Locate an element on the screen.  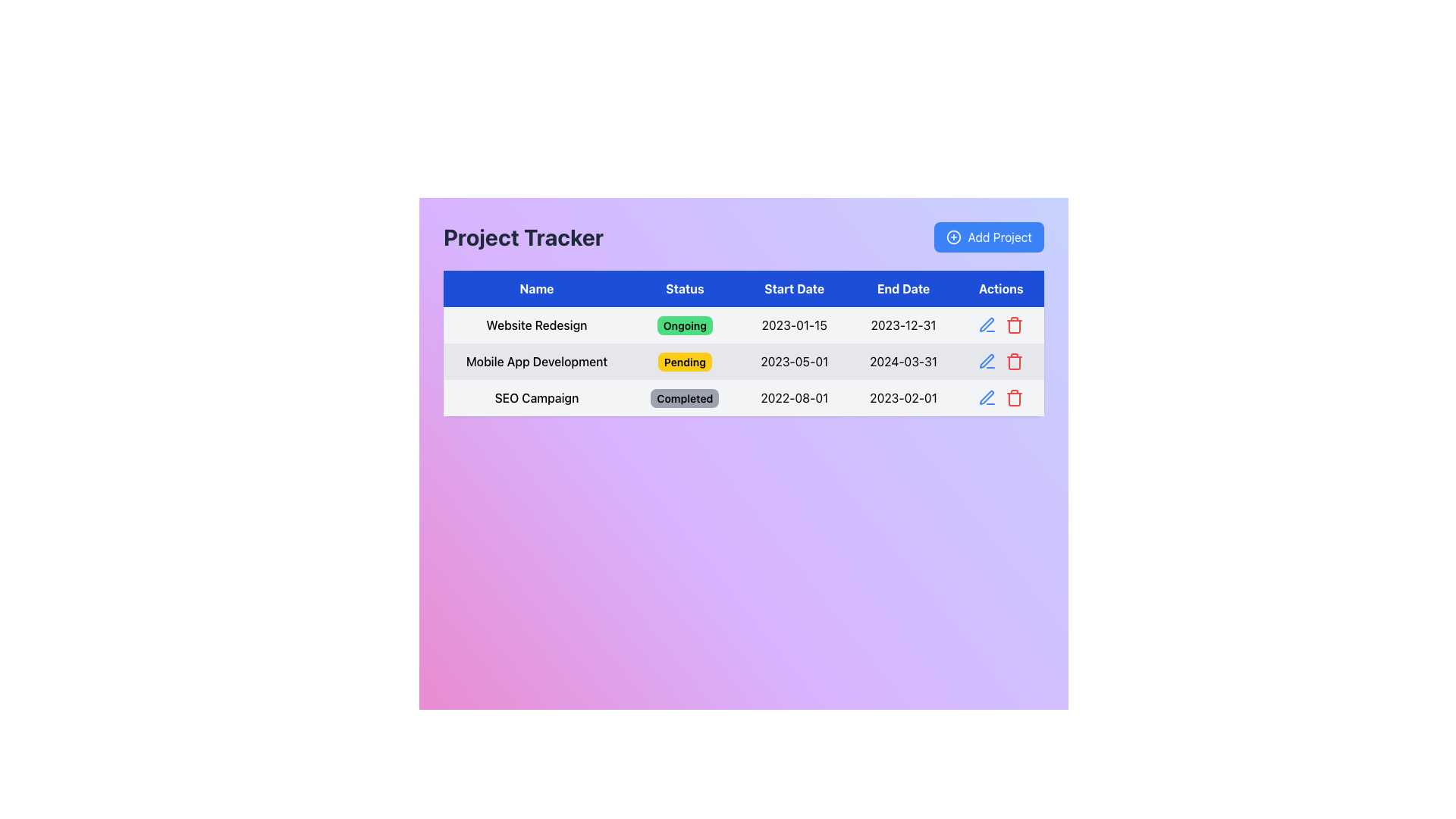
the blue pen icon in the 'Actions' column of the first entry is located at coordinates (987, 324).